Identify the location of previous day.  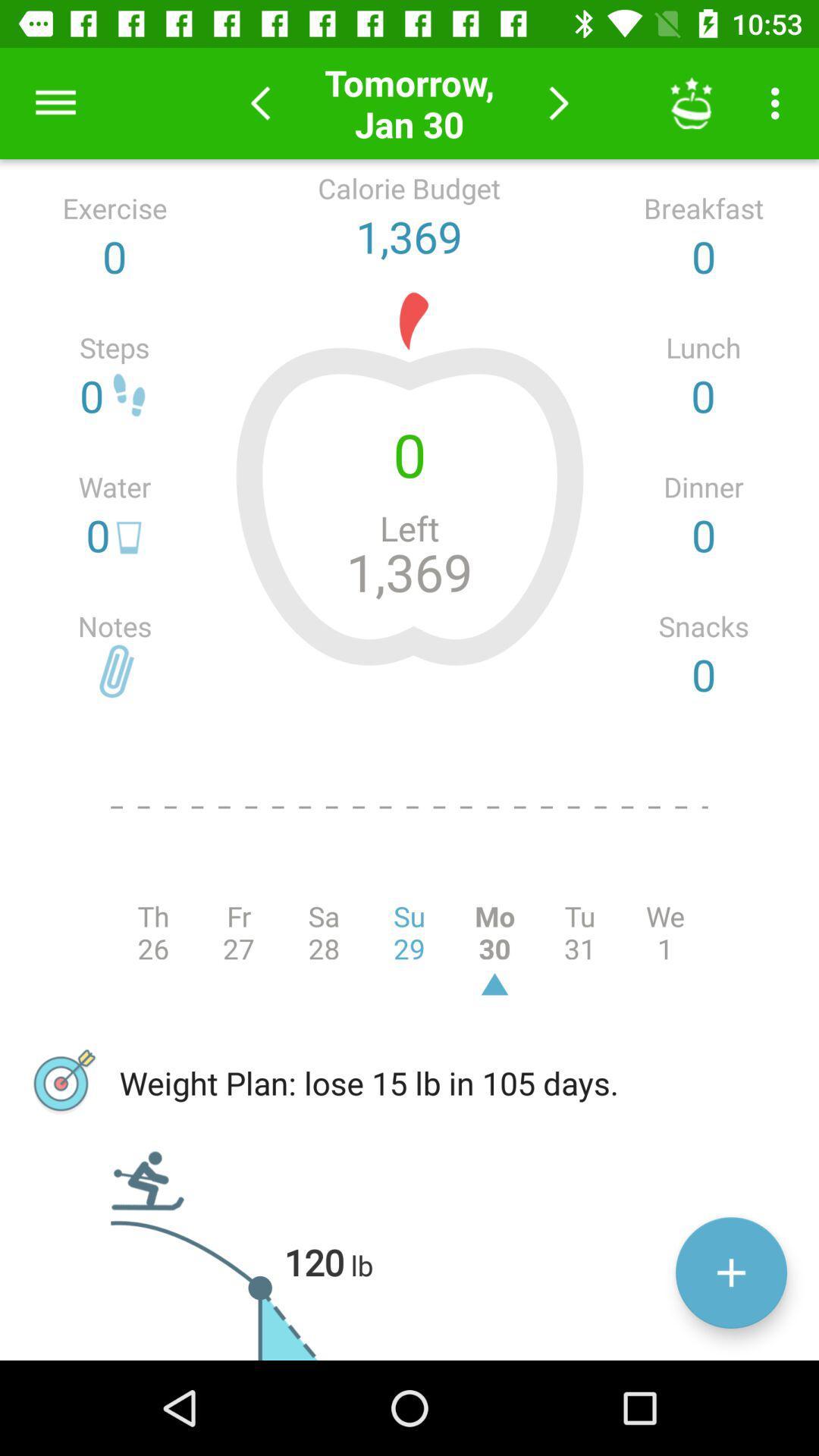
(259, 102).